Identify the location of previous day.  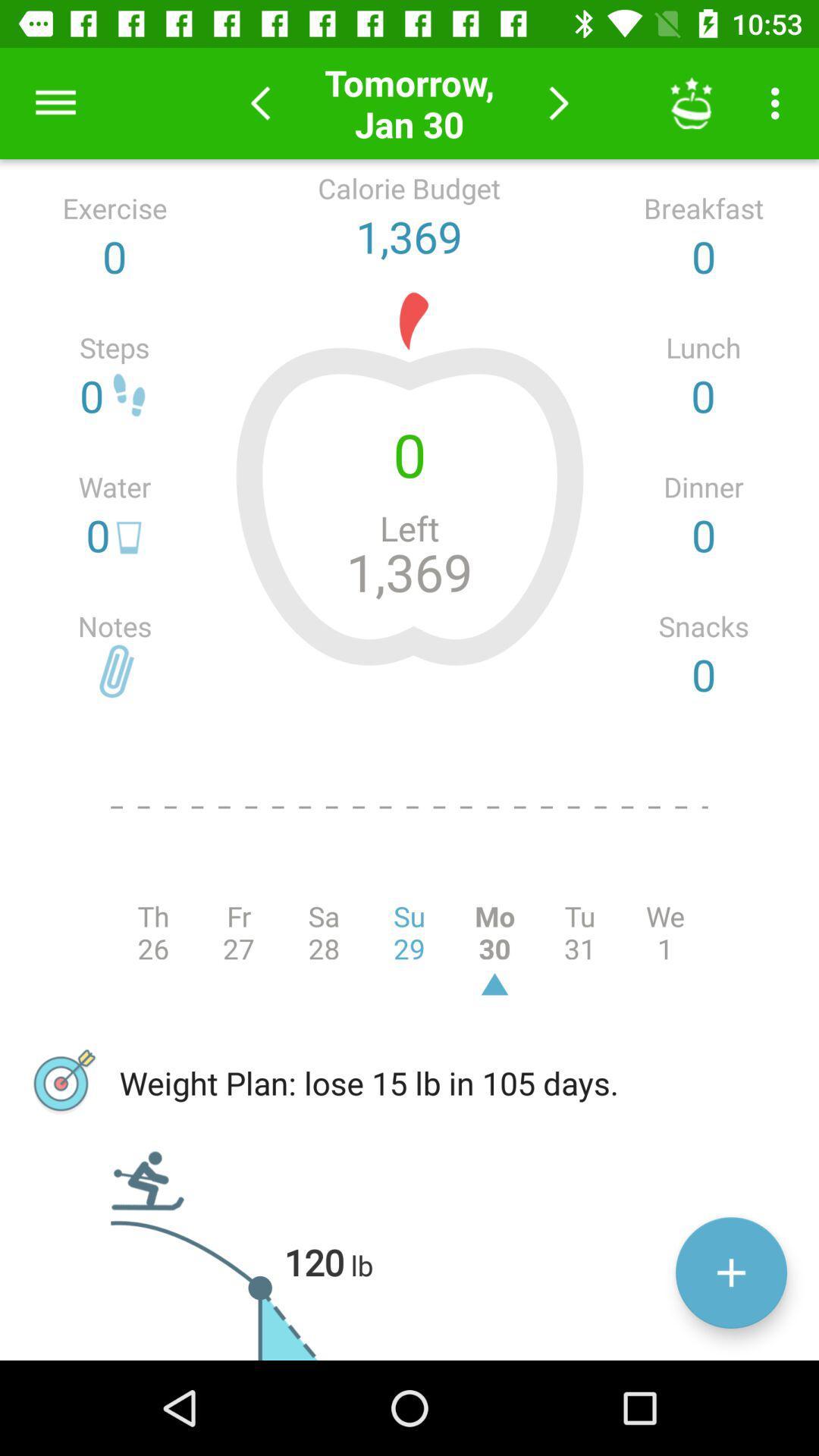
(259, 102).